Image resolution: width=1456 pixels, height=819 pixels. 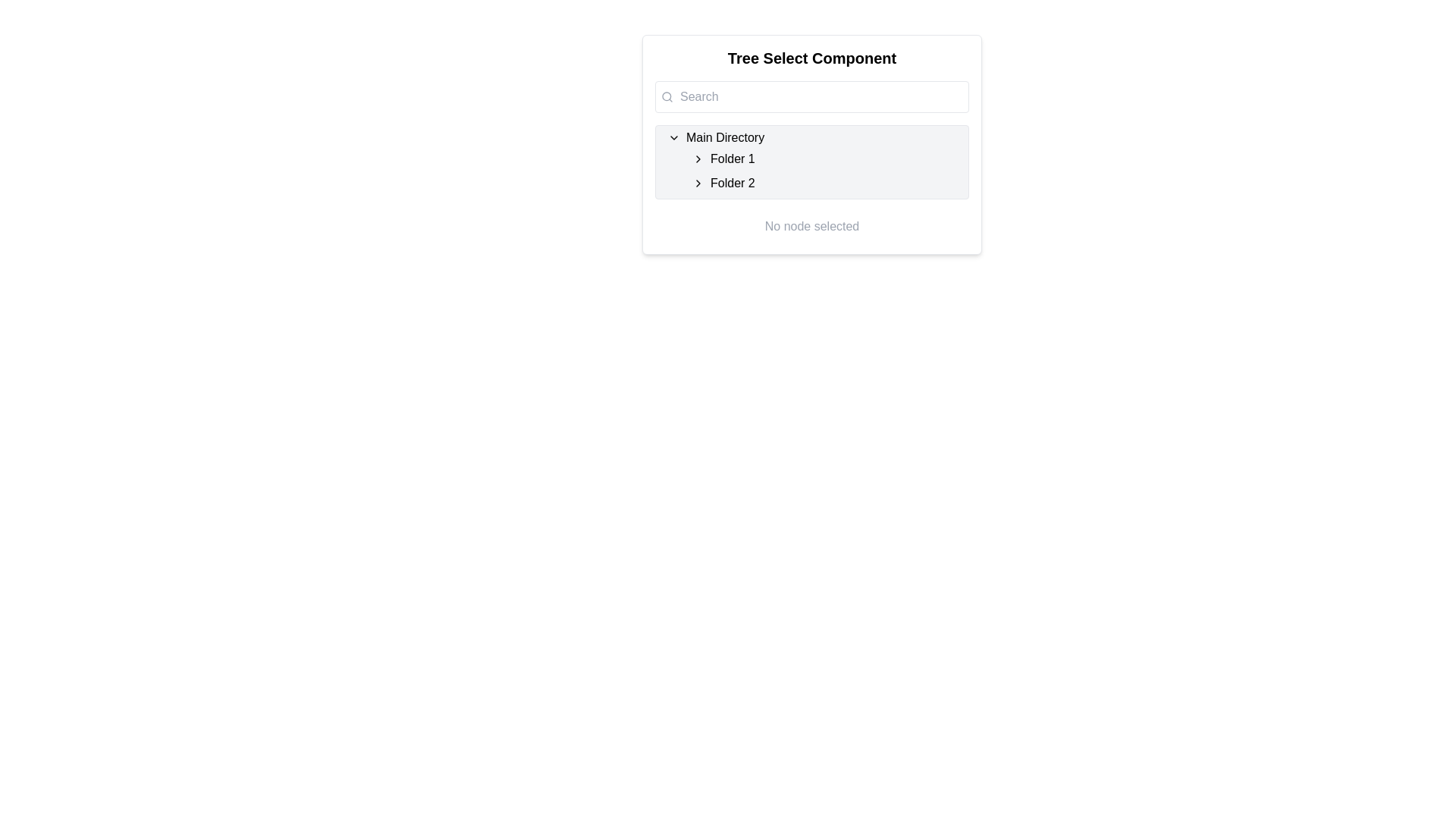 I want to click on the chevron-right icon next to 'Folder 2' in the hierarchy panel, so click(x=698, y=183).